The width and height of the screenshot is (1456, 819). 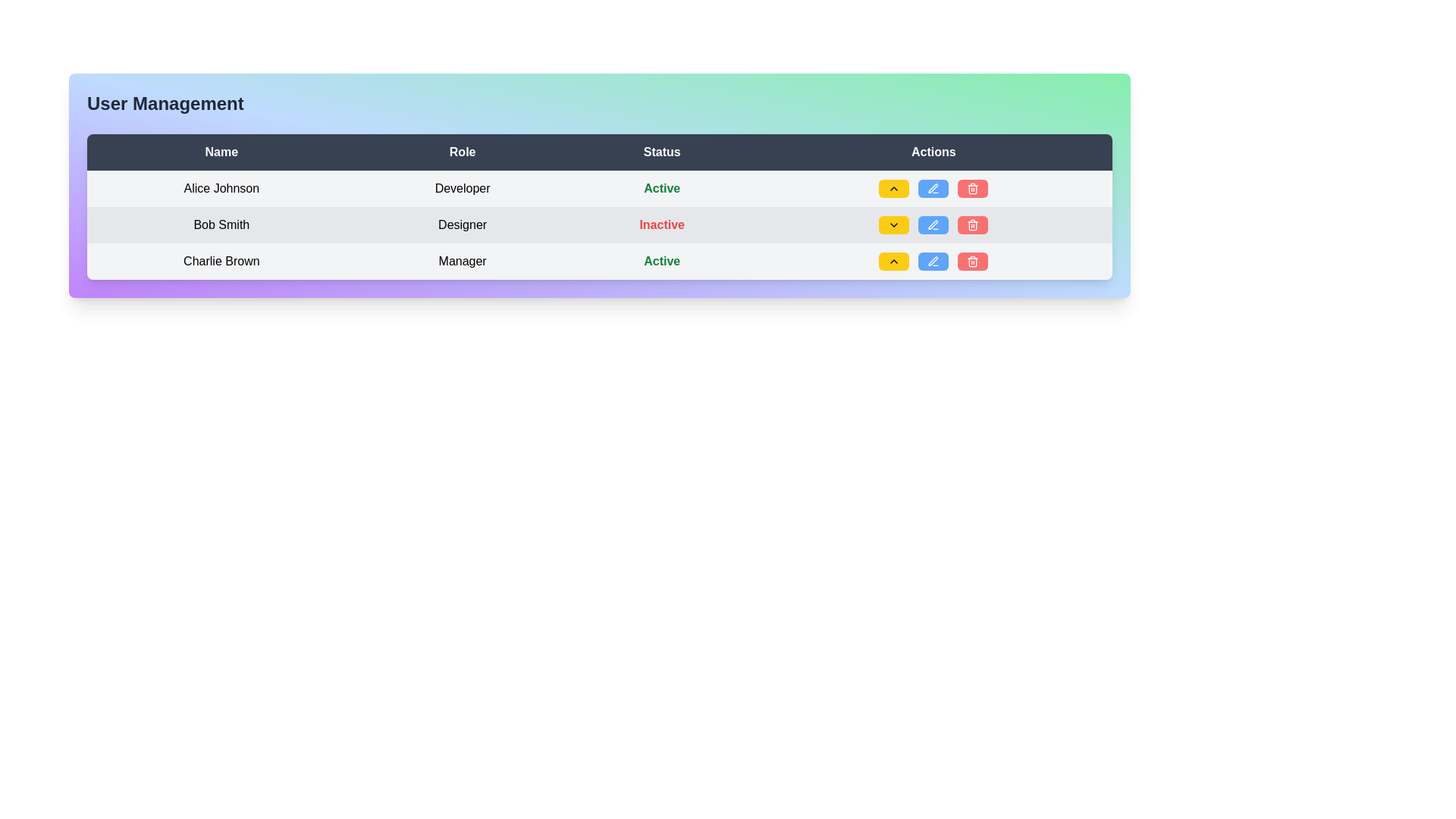 I want to click on to select the third row in the user management table, which represents an individual user entry and provides action buttons for managing this user, so click(x=599, y=260).